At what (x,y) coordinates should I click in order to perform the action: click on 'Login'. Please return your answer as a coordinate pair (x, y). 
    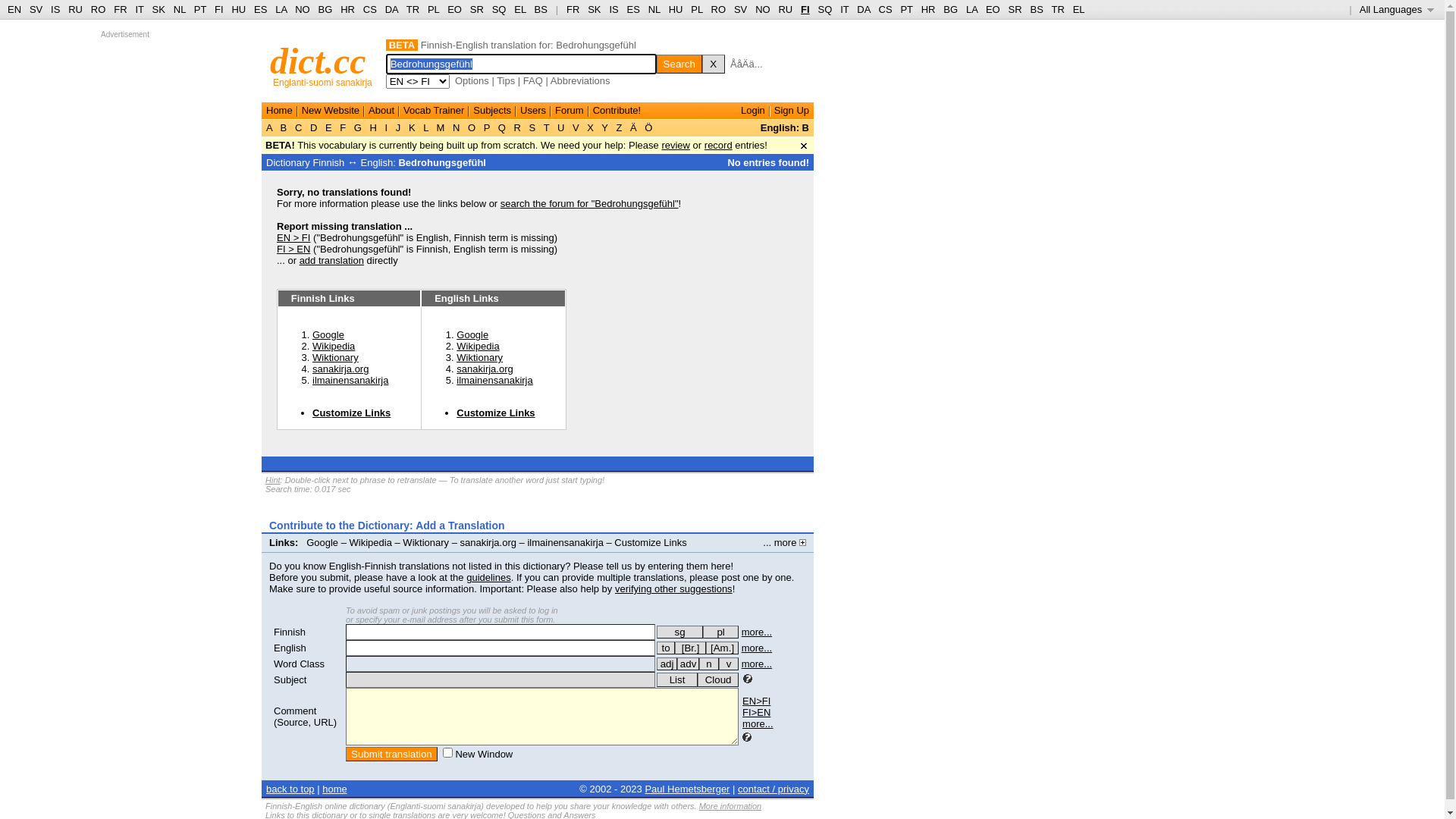
    Looking at the image, I should click on (741, 109).